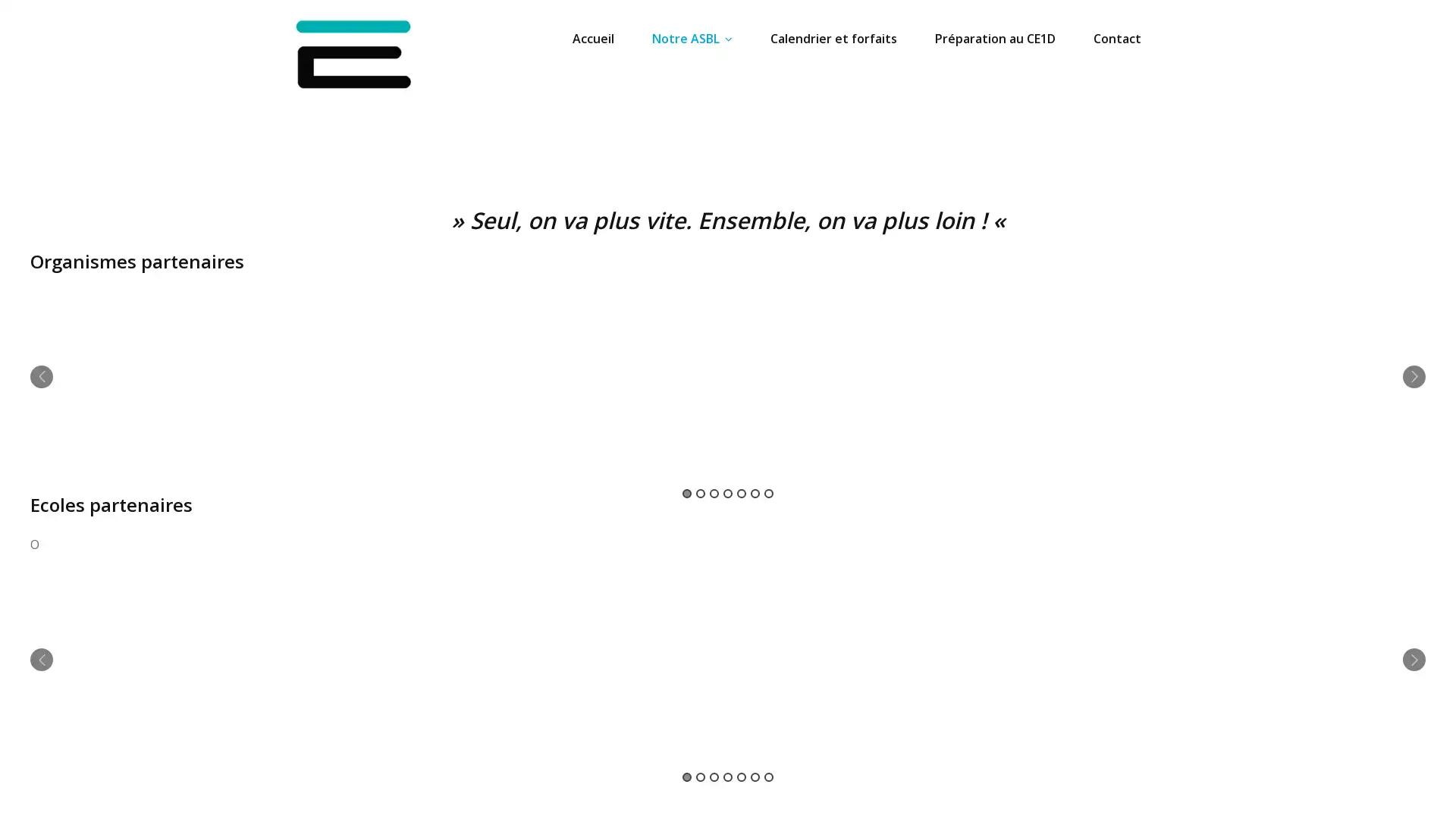 The height and width of the screenshot is (819, 1456). What do you see at coordinates (728, 494) in the screenshot?
I see `4` at bounding box center [728, 494].